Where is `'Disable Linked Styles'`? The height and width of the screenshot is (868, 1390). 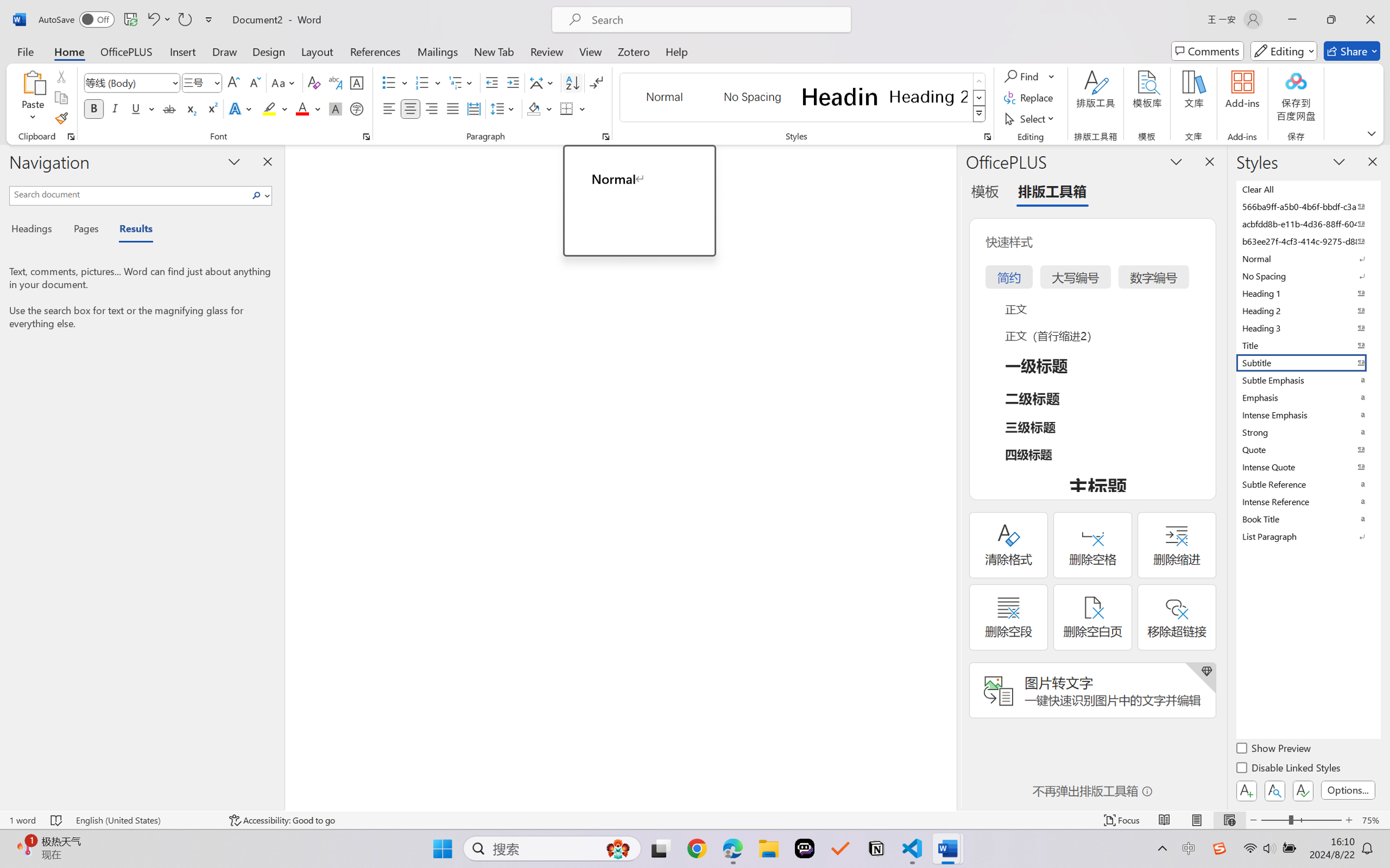 'Disable Linked Styles' is located at coordinates (1288, 769).